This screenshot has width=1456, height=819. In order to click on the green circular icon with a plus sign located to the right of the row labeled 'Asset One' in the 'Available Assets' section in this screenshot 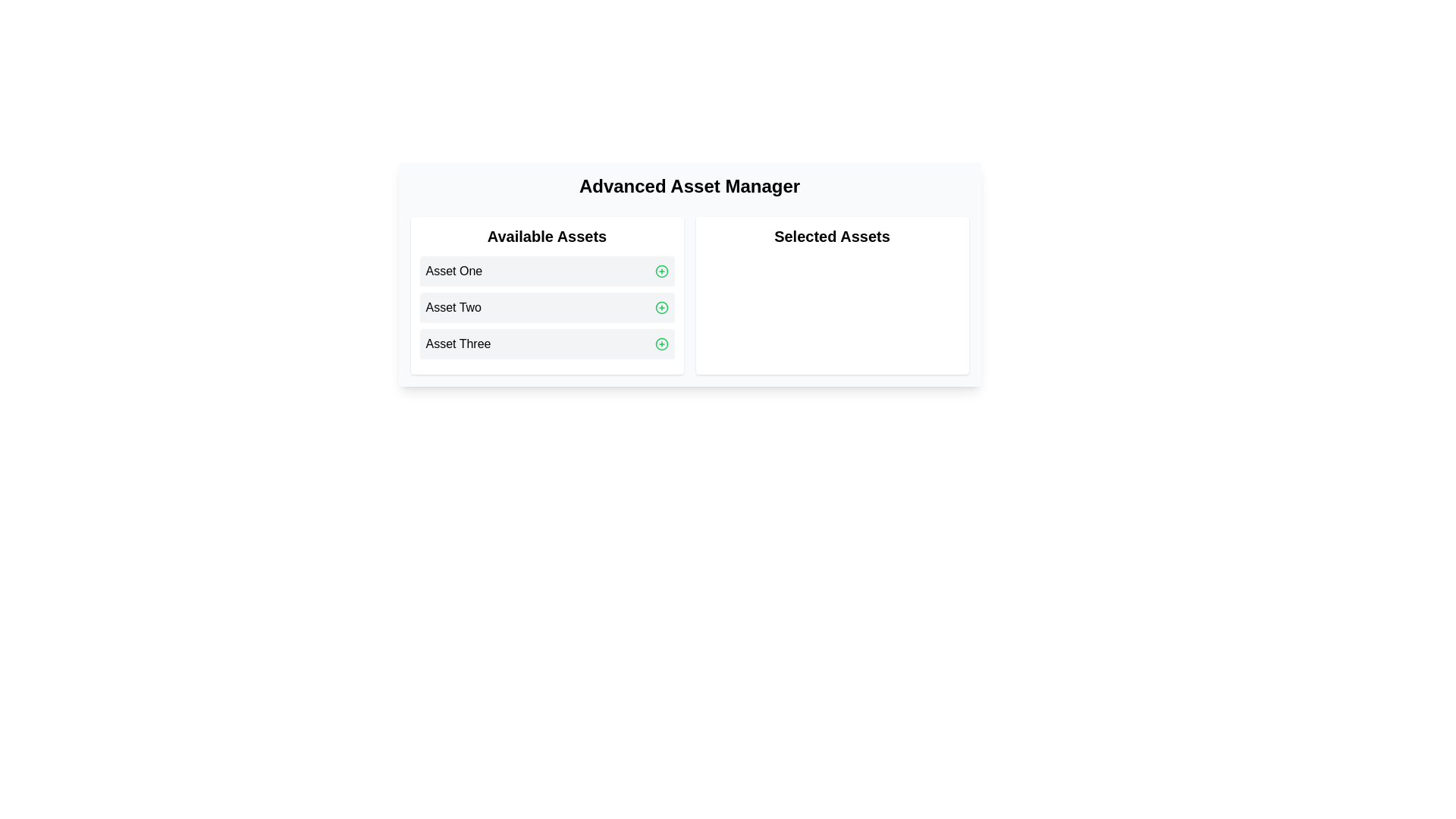, I will do `click(661, 271)`.